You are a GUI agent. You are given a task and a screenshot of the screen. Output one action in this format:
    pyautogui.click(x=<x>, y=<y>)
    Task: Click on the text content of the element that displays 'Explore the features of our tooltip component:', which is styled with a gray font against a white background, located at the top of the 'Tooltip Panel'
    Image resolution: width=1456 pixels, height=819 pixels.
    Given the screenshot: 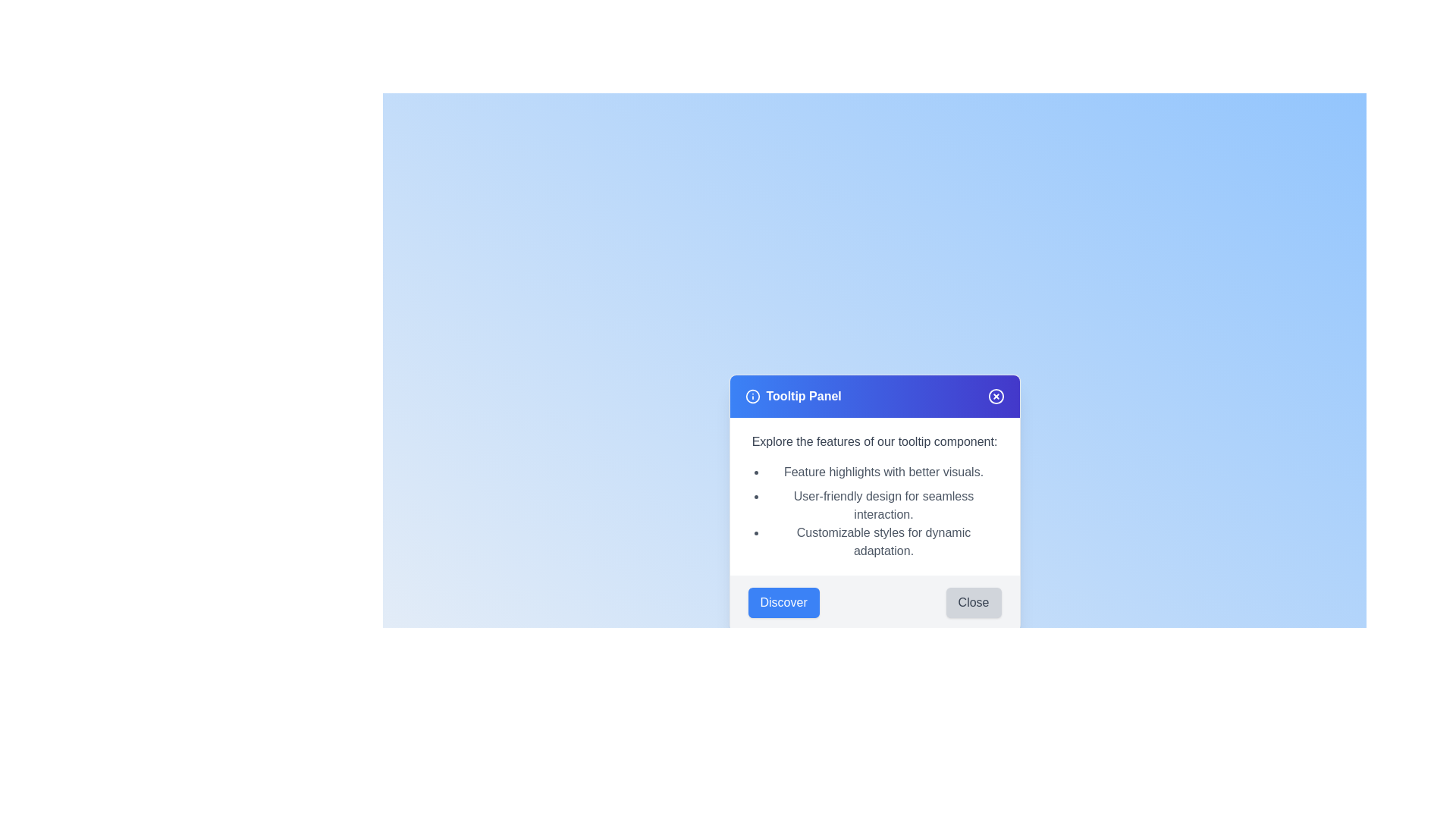 What is the action you would take?
    pyautogui.click(x=874, y=441)
    